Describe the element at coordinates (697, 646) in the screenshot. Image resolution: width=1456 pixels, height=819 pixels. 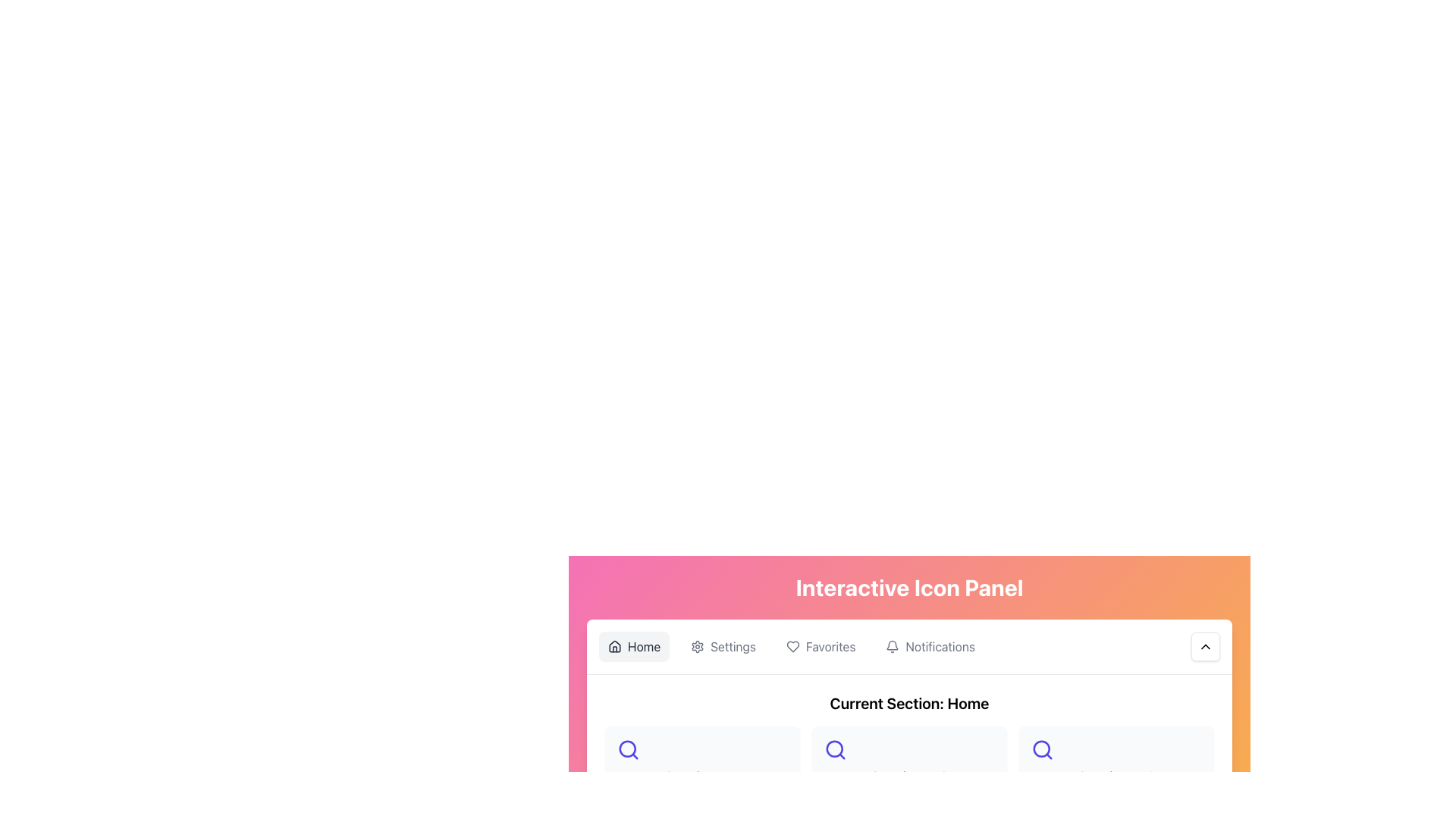
I see `the gear-shaped settings icon located in the horizontal navigation bar` at that location.